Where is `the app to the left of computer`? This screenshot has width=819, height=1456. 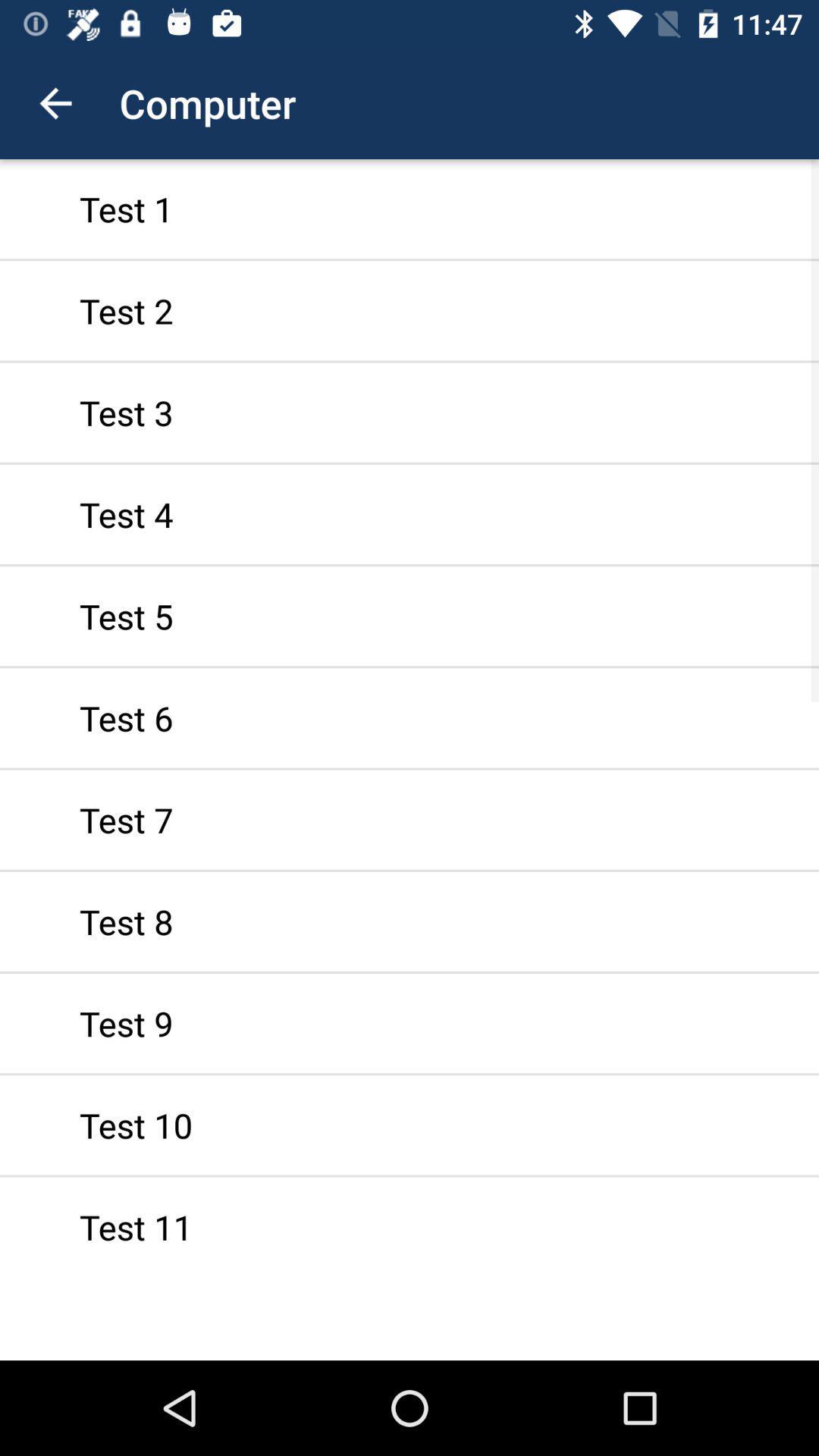
the app to the left of computer is located at coordinates (55, 102).